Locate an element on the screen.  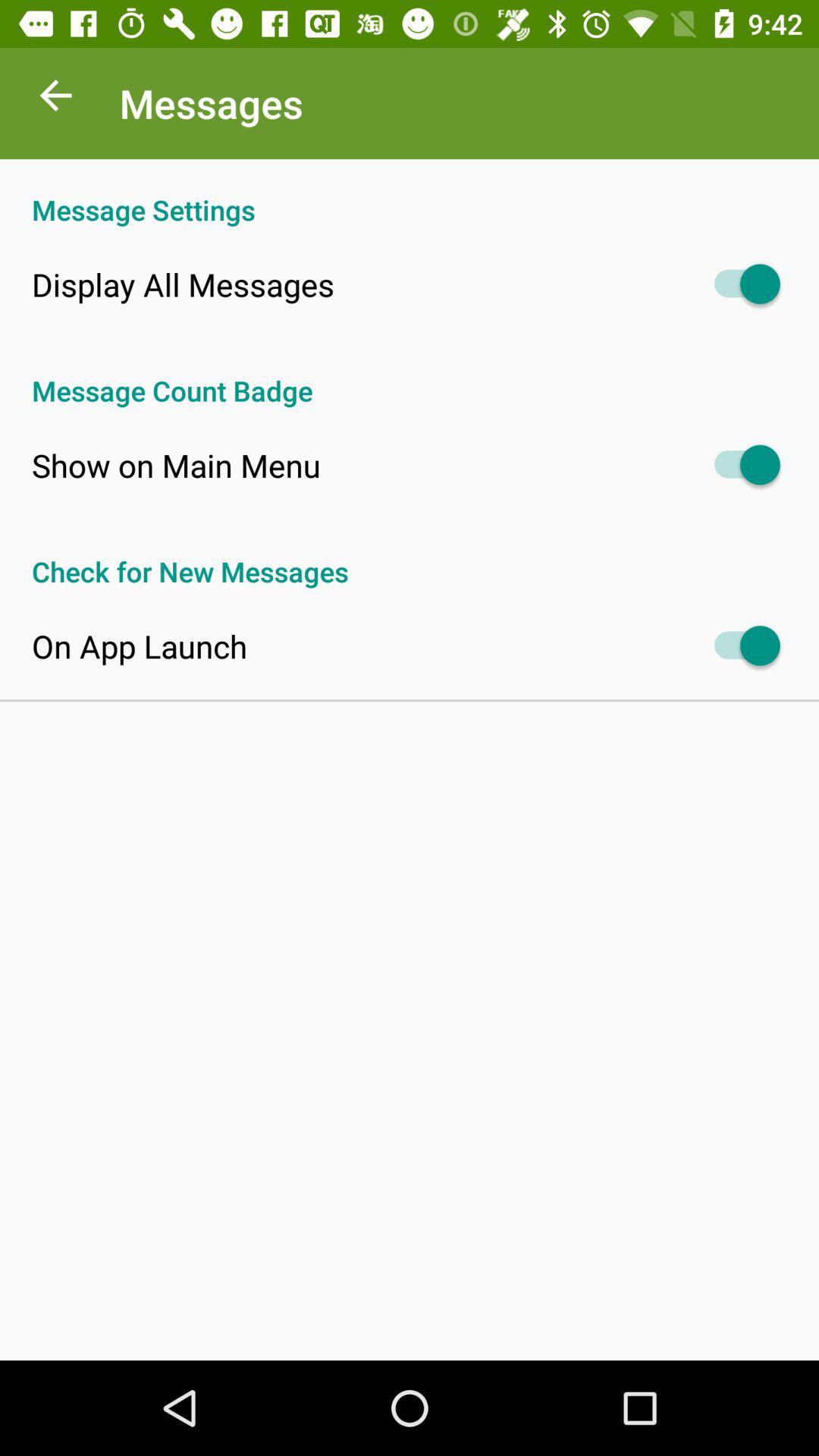
item above the check for new icon is located at coordinates (175, 464).